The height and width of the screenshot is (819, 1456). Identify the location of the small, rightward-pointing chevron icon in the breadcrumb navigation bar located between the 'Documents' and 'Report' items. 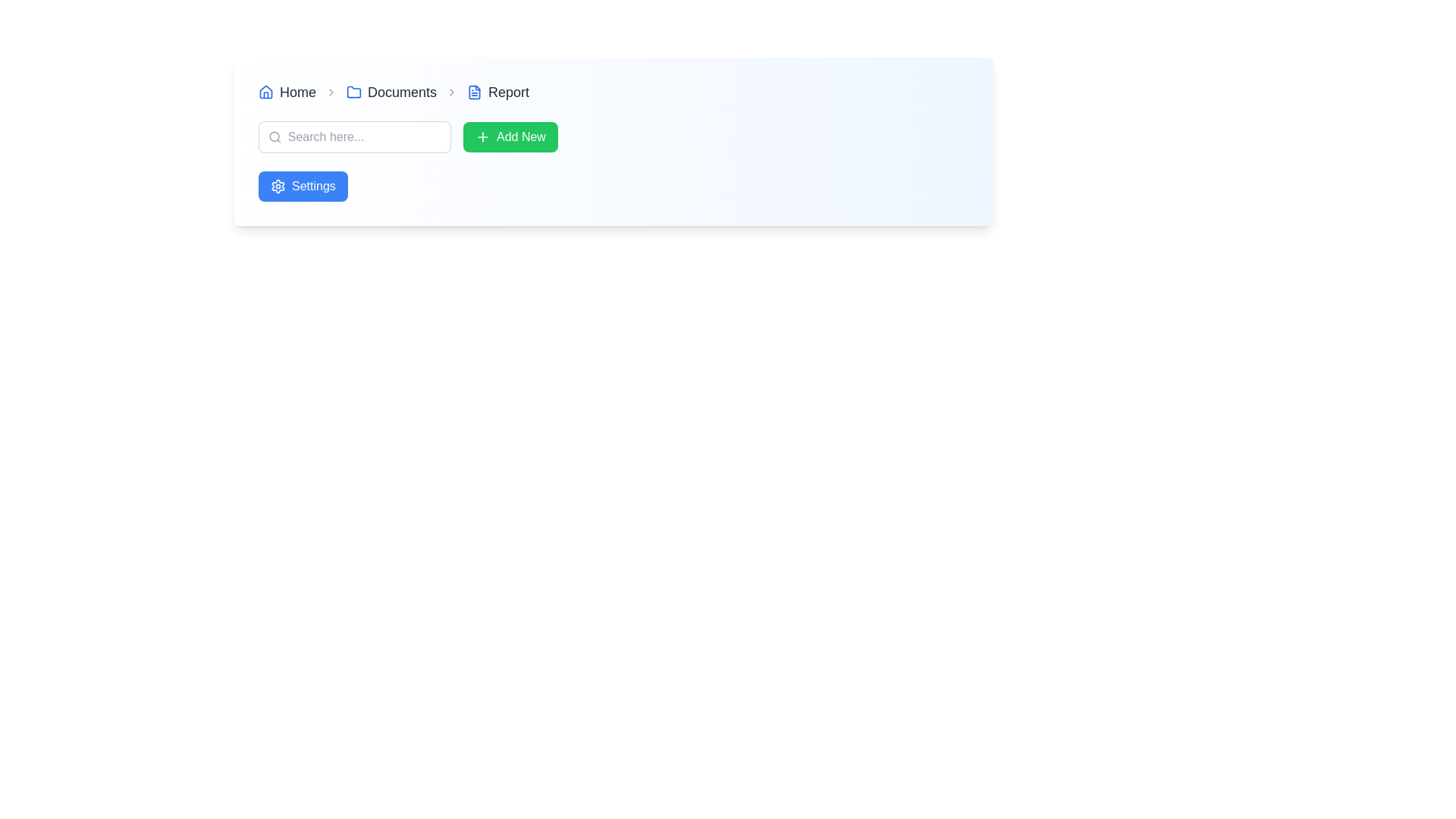
(450, 93).